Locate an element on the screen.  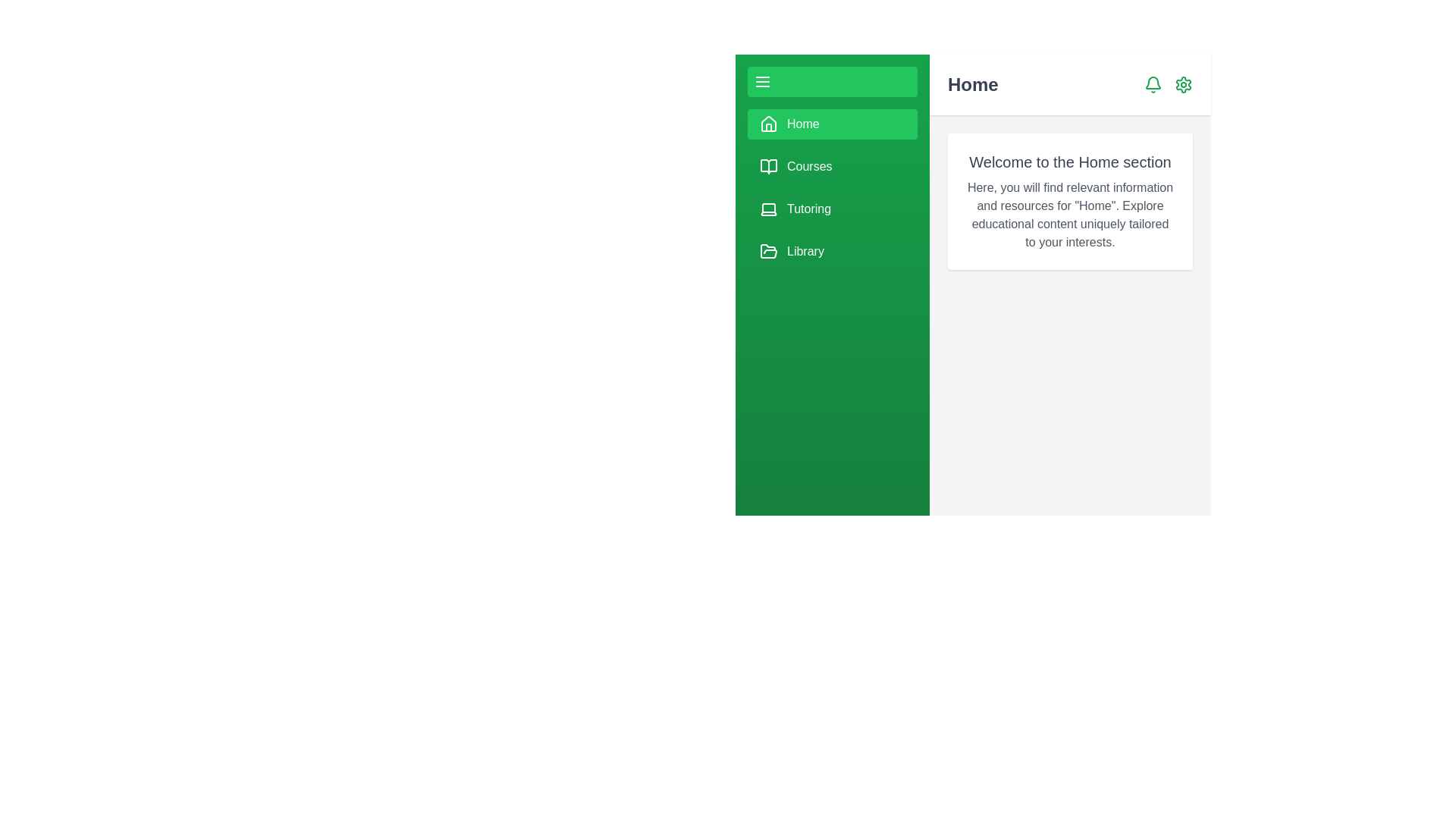
the clickable menu item with a green background labeled 'Courses' is located at coordinates (832, 166).